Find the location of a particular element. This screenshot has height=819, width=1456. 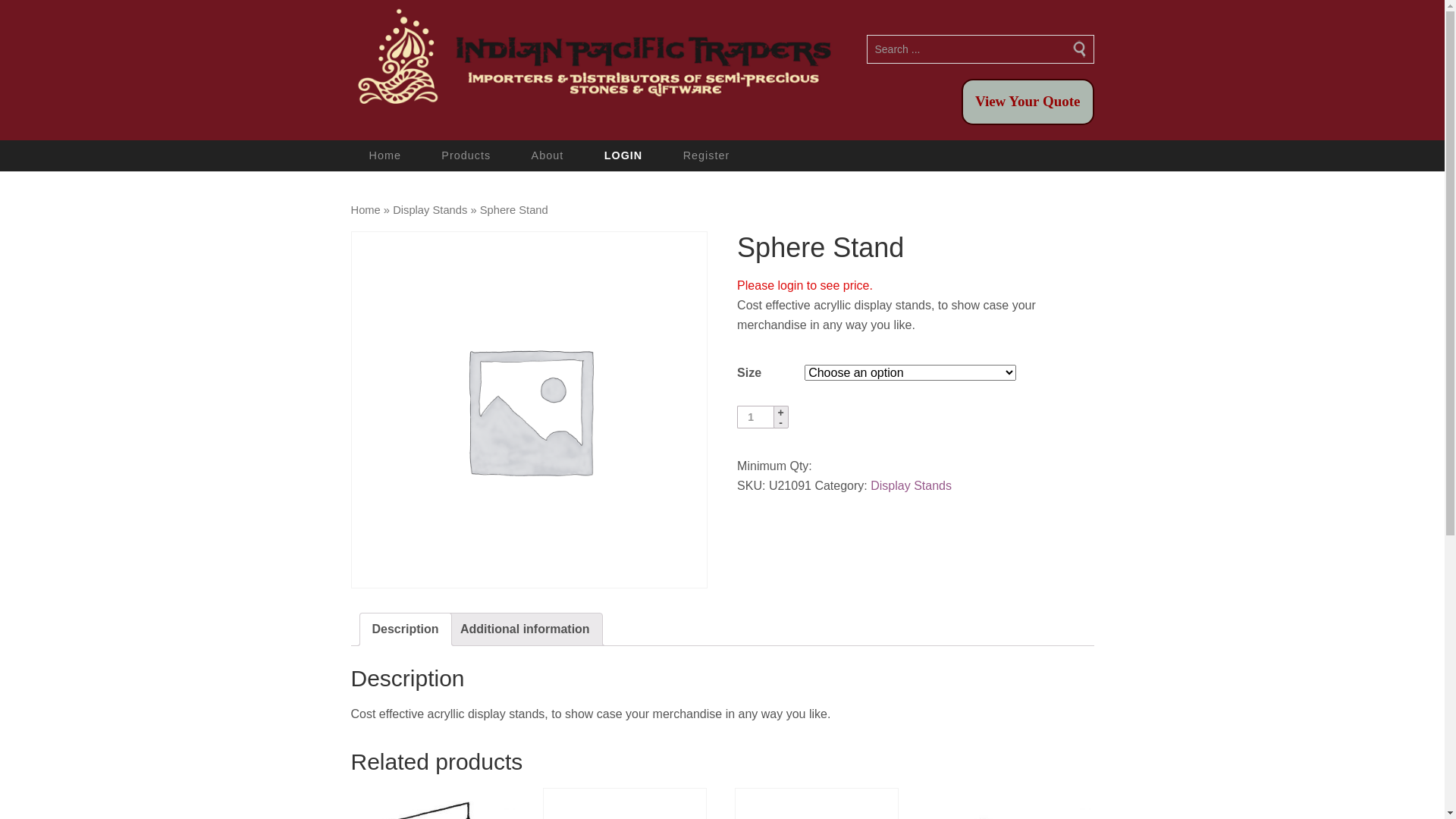

'LOGIN' is located at coordinates (623, 155).